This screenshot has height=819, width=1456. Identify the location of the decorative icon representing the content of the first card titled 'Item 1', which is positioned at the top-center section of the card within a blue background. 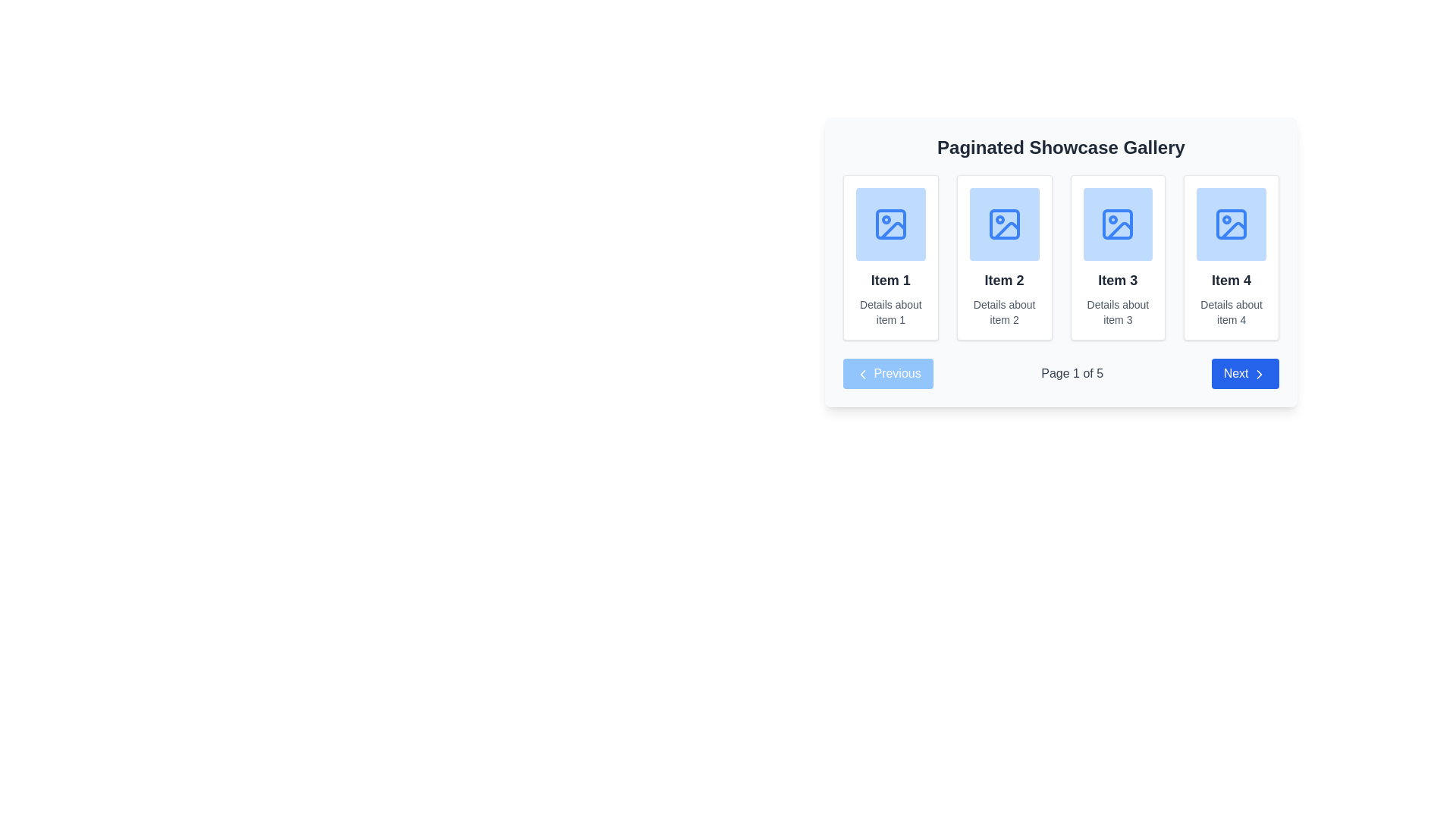
(890, 224).